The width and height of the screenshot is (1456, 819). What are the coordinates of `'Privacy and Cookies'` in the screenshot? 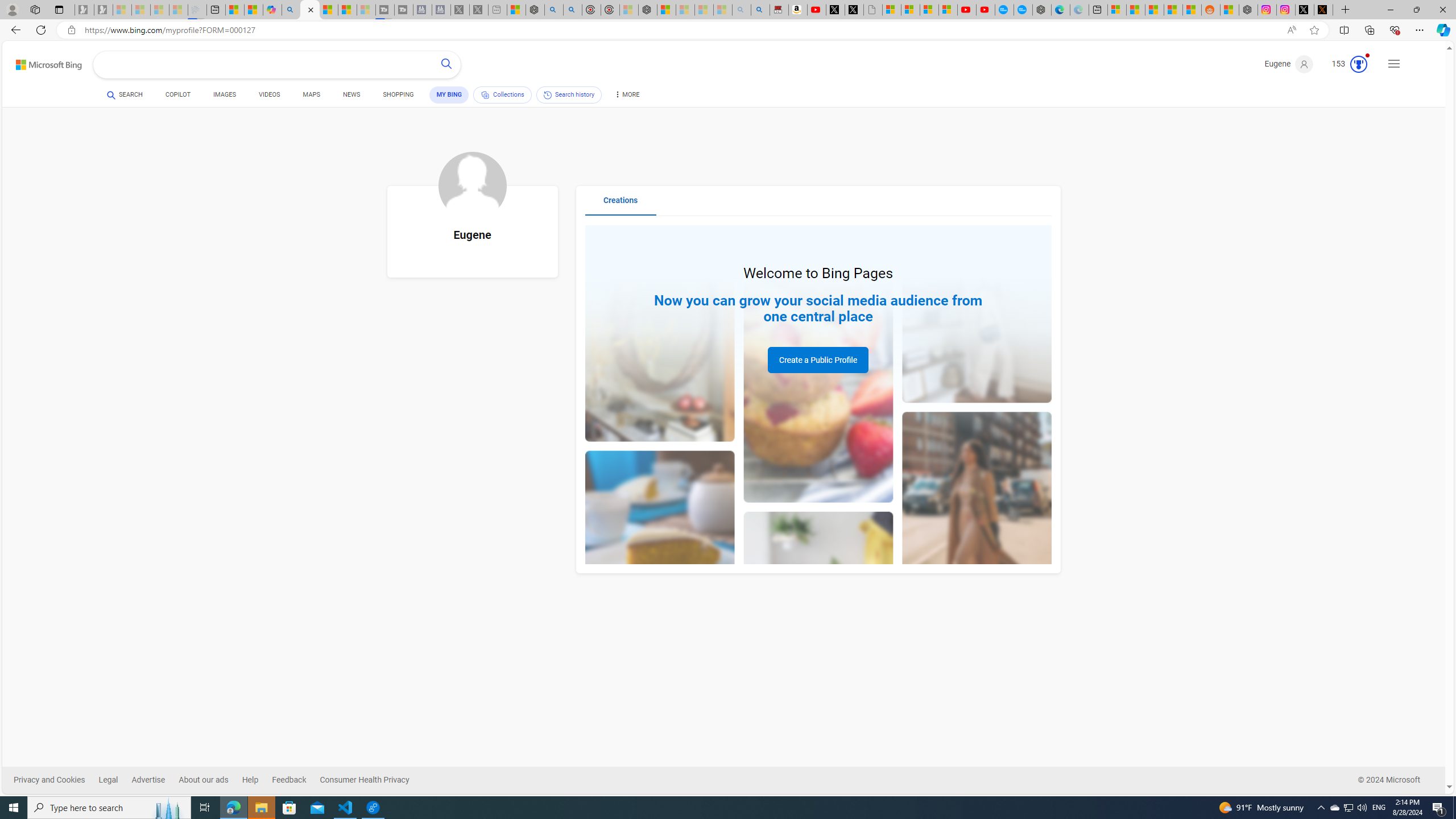 It's located at (55, 780).